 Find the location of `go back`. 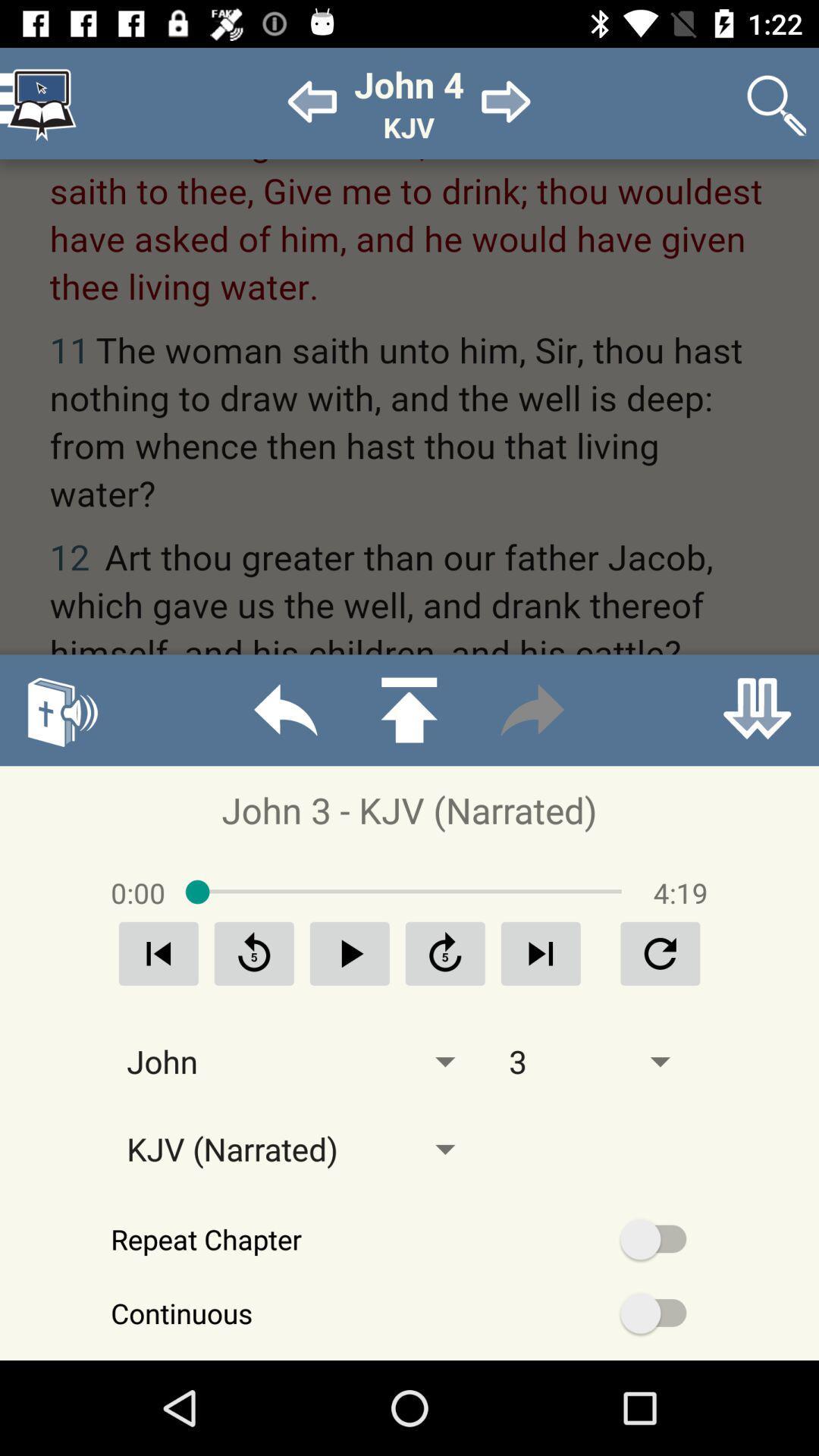

go back is located at coordinates (285, 709).